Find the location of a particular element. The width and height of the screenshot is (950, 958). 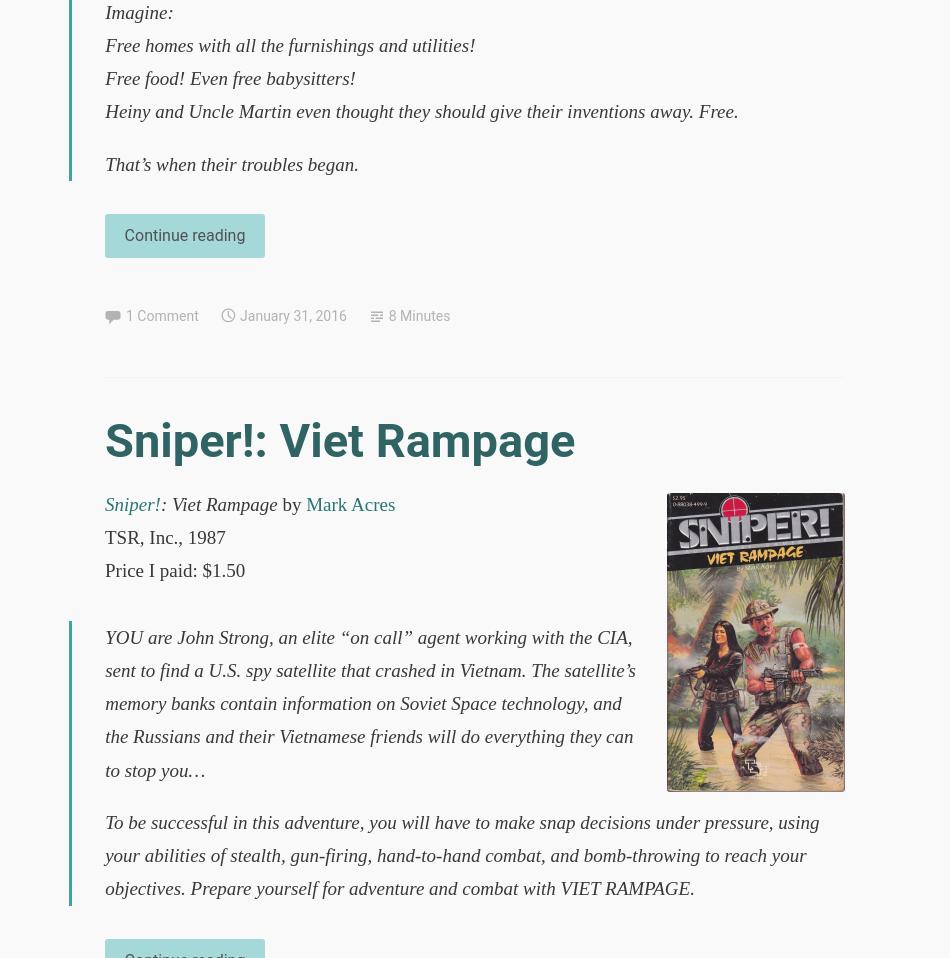

'1 Comment' is located at coordinates (161, 314).